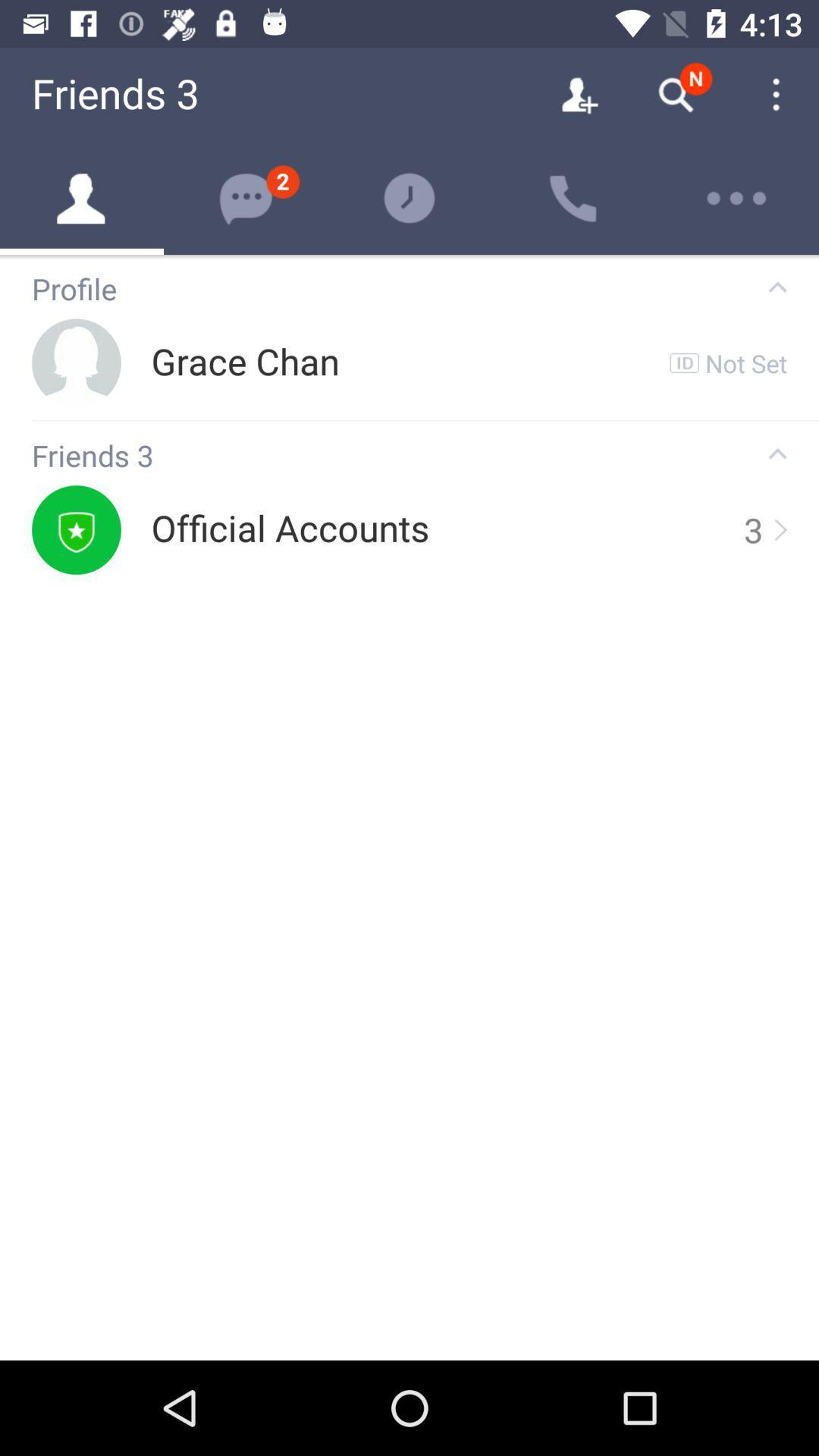  I want to click on phone icon, so click(573, 198).